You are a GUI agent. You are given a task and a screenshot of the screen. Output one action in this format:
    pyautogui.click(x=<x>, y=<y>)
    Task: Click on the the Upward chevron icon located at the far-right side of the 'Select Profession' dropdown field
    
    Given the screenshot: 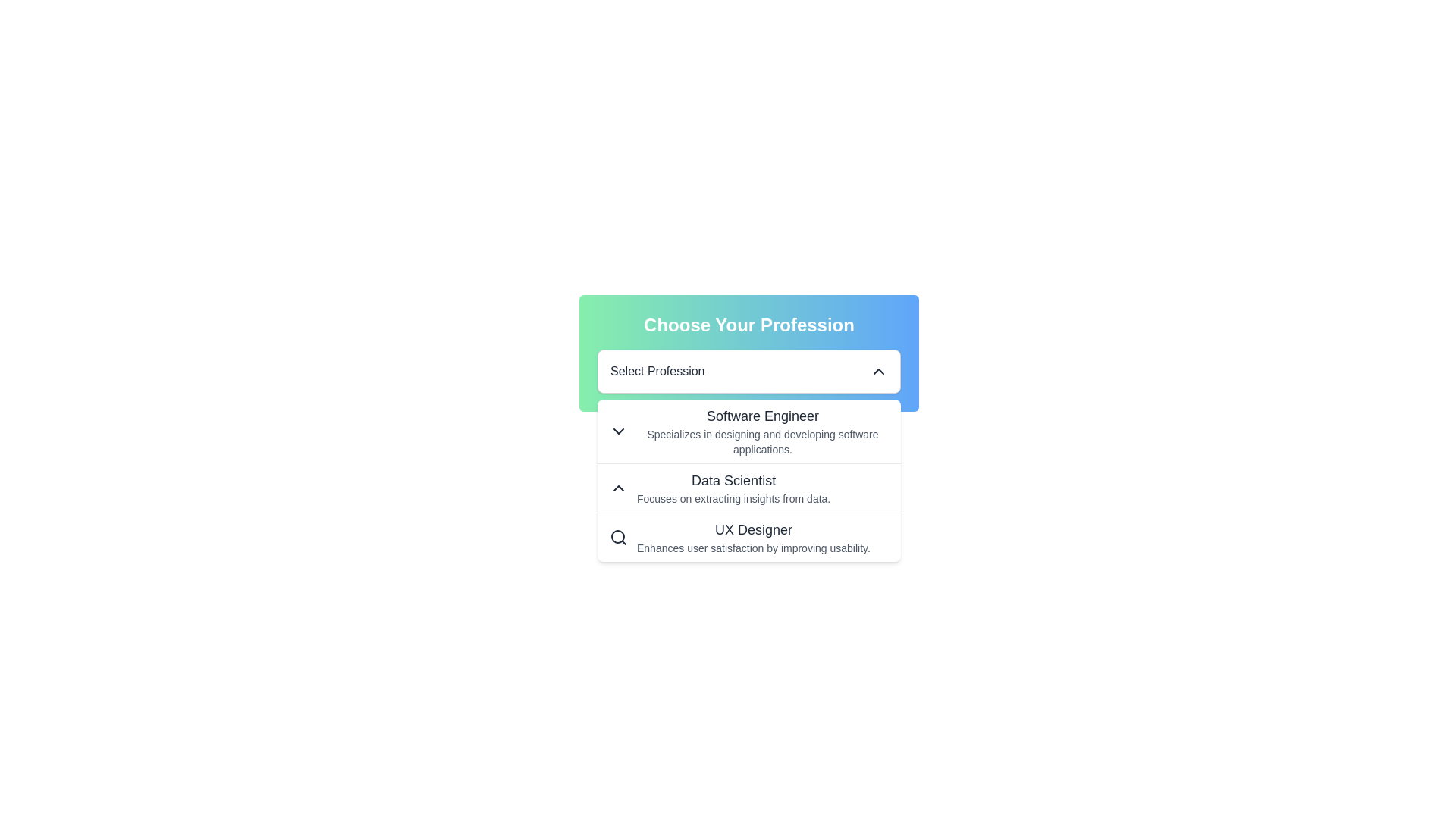 What is the action you would take?
    pyautogui.click(x=878, y=371)
    